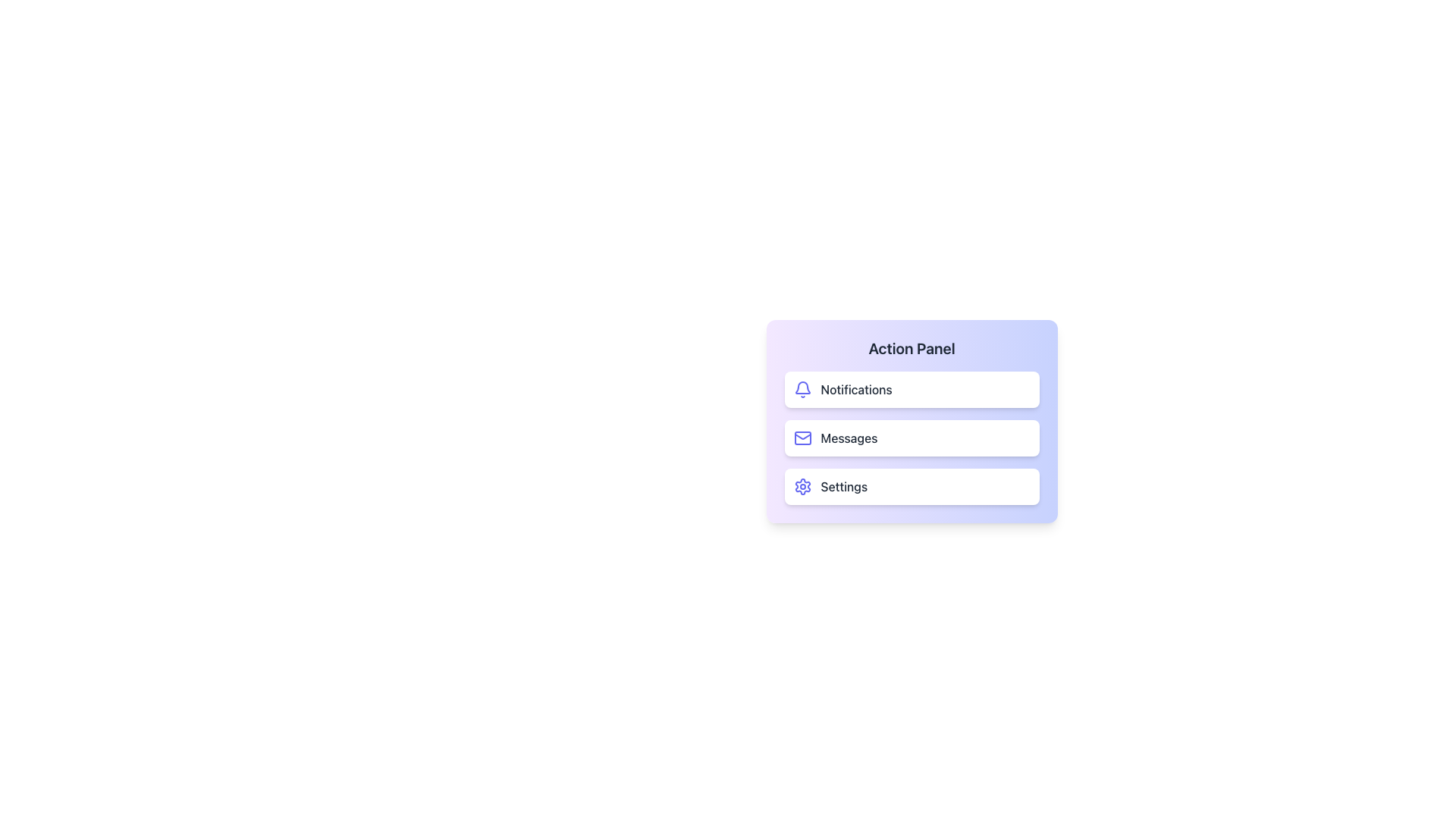  Describe the element at coordinates (843, 486) in the screenshot. I see `the 'Settings' label, which is a medium font weight gray text located at the bottom of the action panel, below 'Messages' and to the right of the gear icon, to associate it with the settings button` at that location.